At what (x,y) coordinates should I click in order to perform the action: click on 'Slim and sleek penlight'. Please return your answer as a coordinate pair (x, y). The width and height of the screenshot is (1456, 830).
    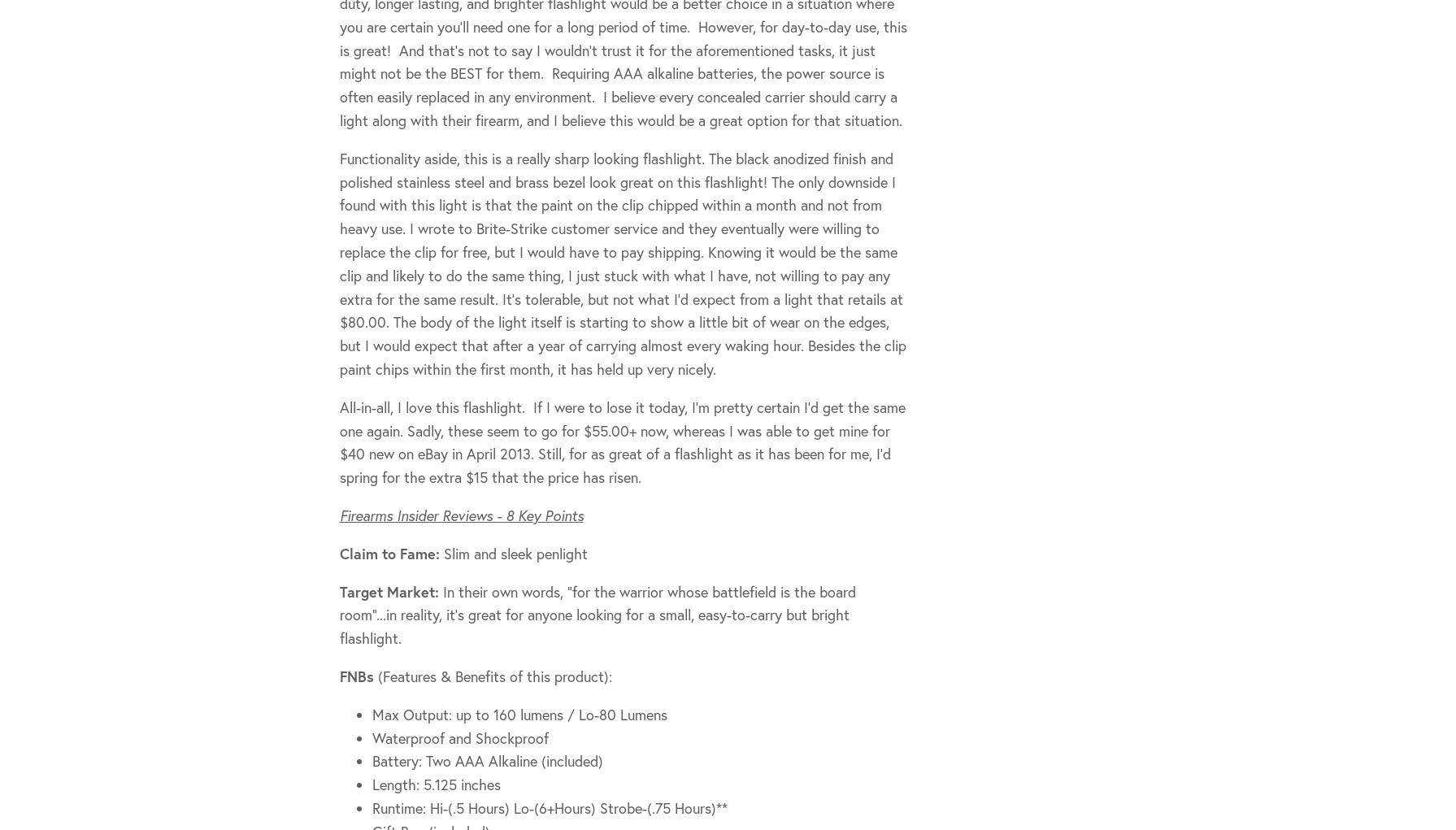
    Looking at the image, I should click on (443, 552).